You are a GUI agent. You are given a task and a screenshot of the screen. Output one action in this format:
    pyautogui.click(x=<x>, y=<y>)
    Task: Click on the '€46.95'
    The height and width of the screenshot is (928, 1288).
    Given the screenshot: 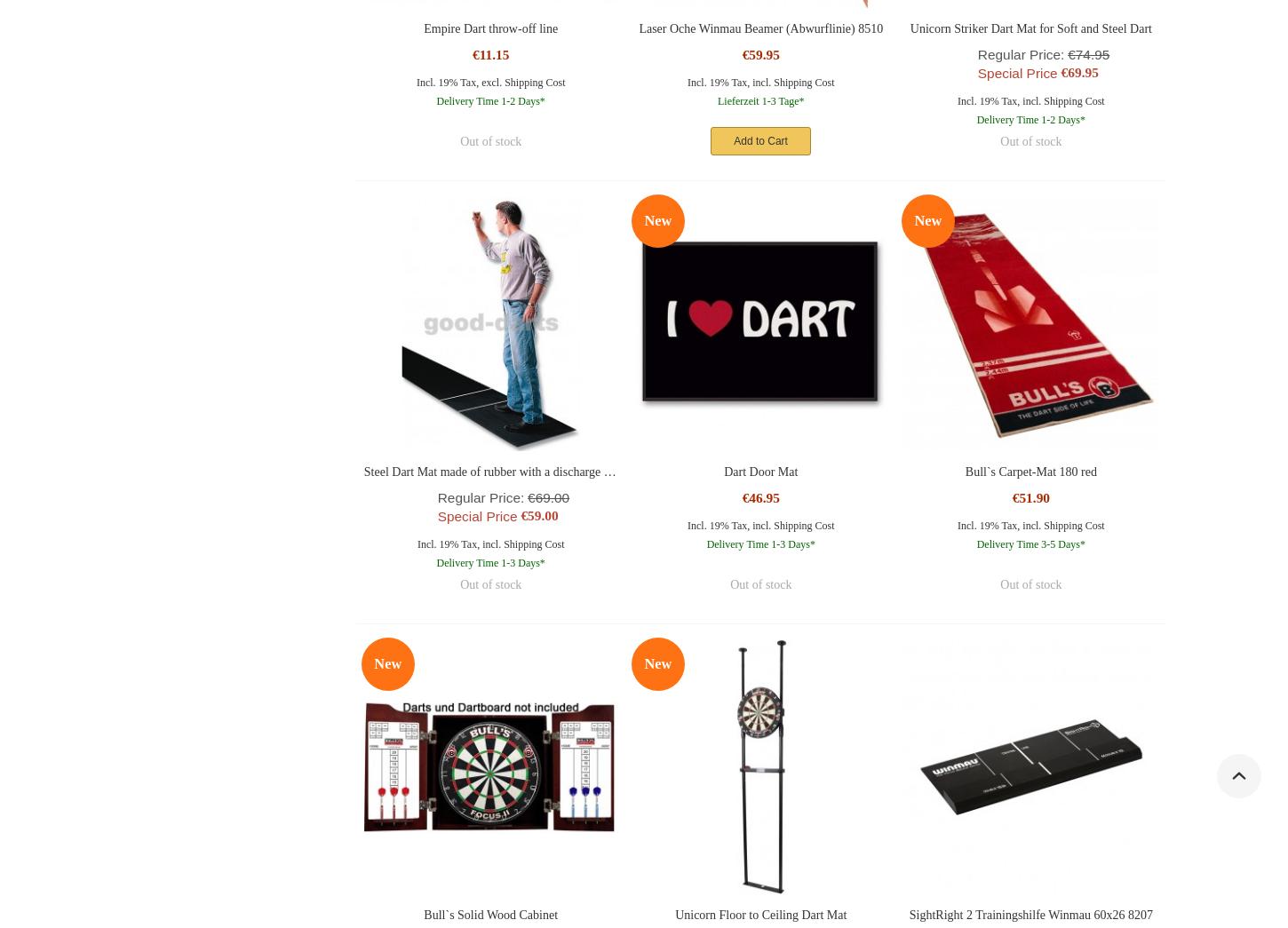 What is the action you would take?
    pyautogui.click(x=759, y=497)
    